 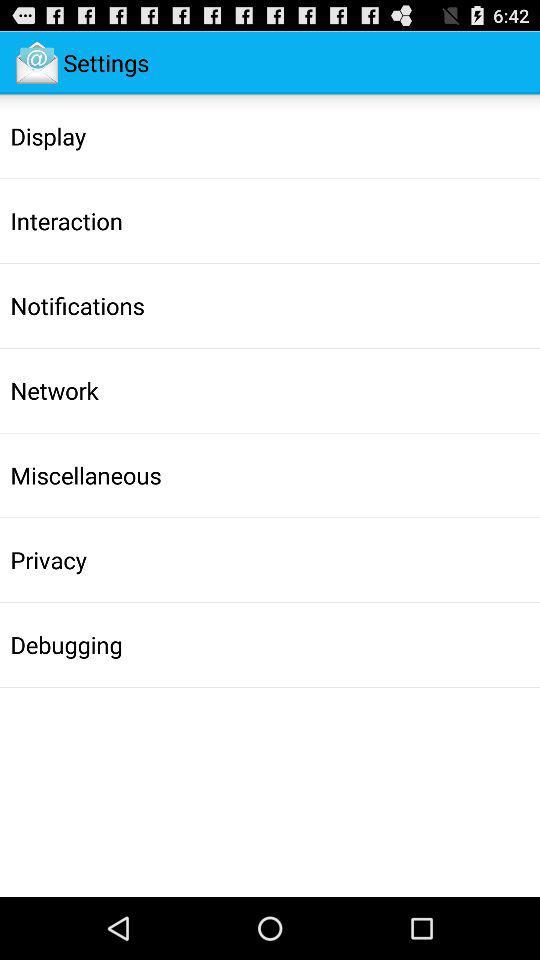 What do you see at coordinates (54, 389) in the screenshot?
I see `the item above the miscellaneous` at bounding box center [54, 389].